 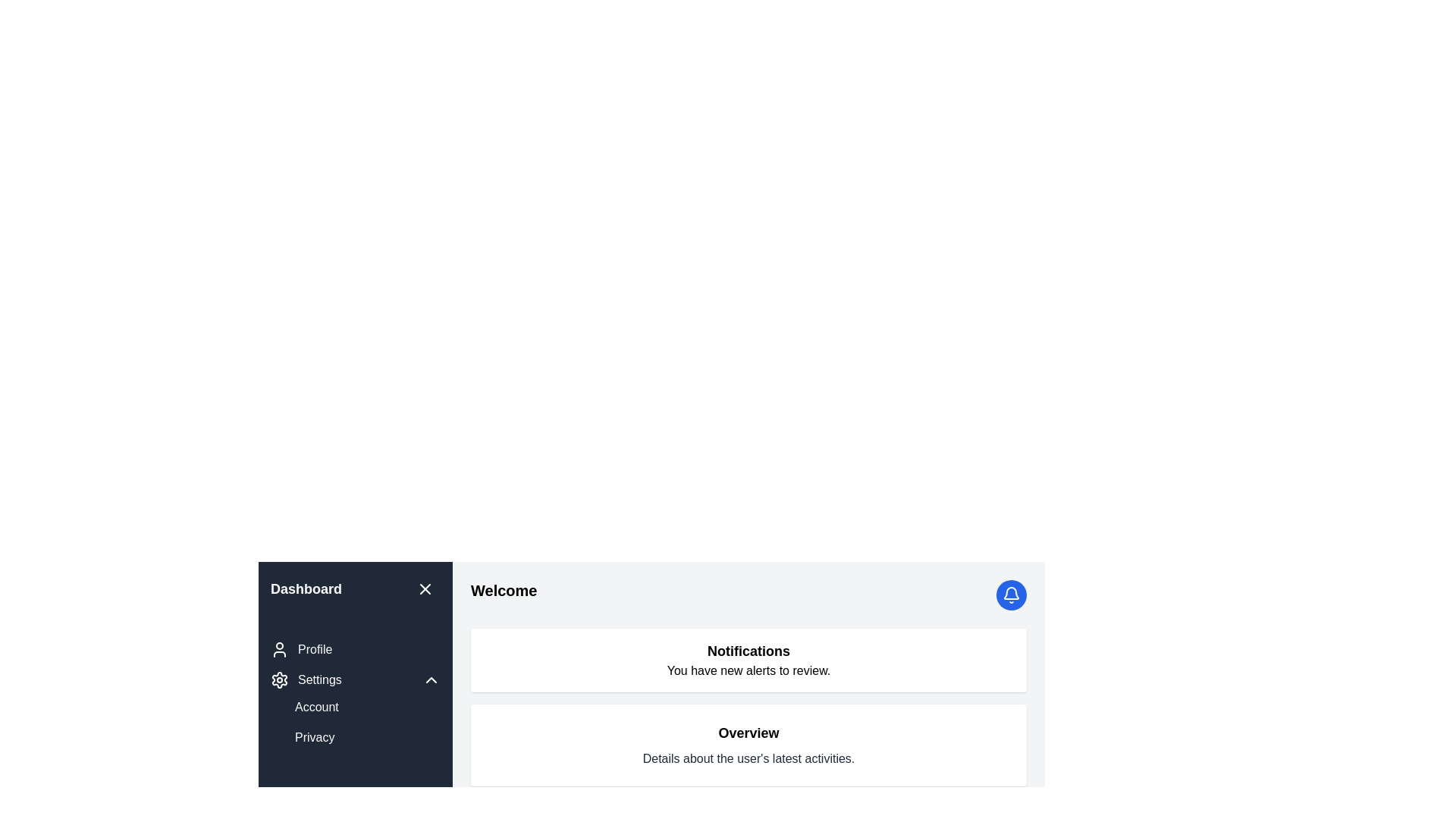 What do you see at coordinates (315, 708) in the screenshot?
I see `the 'Account' button located in the vertical navigation menu` at bounding box center [315, 708].